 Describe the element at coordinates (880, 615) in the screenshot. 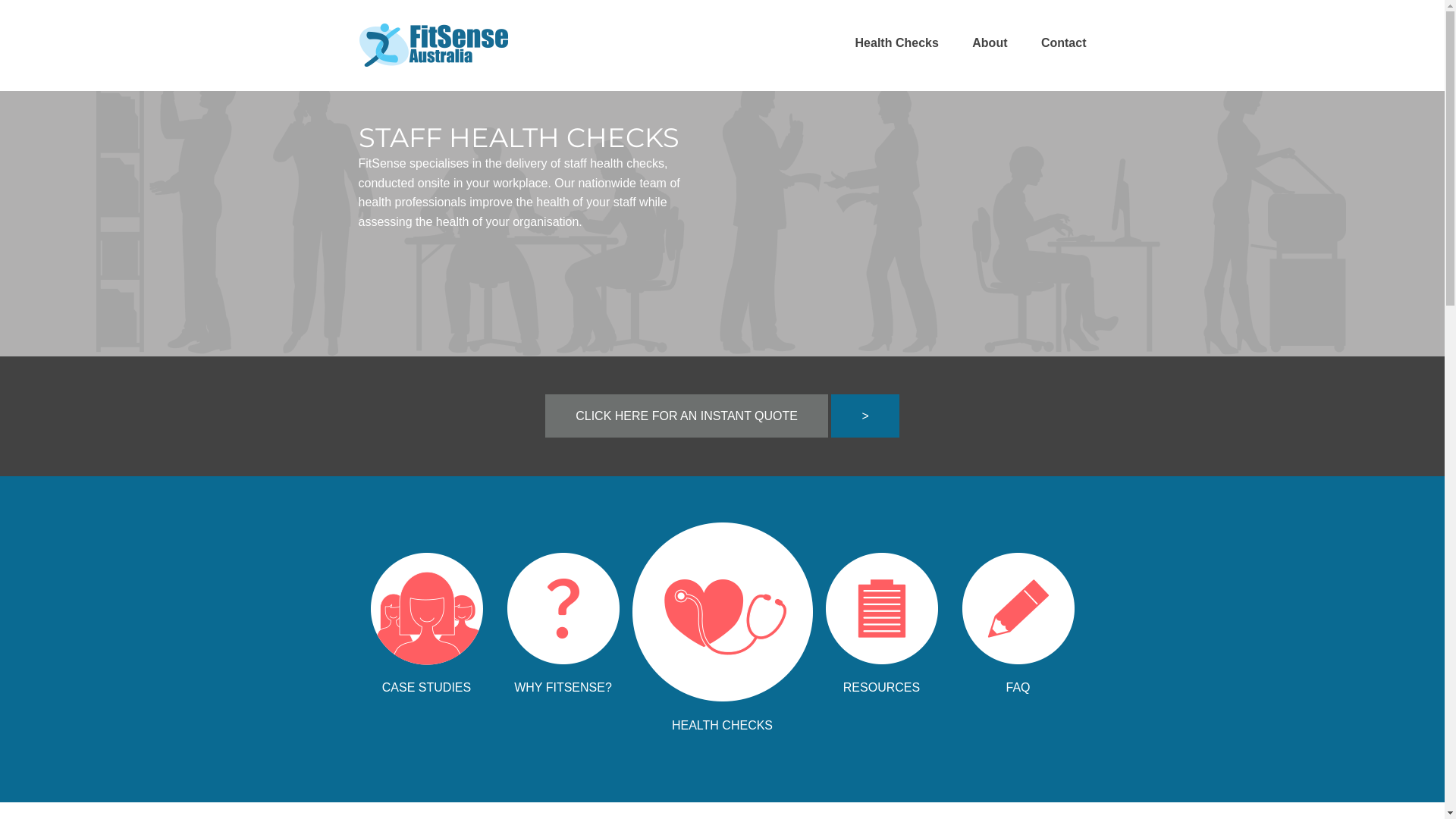

I see `'RESOURCES'` at that location.